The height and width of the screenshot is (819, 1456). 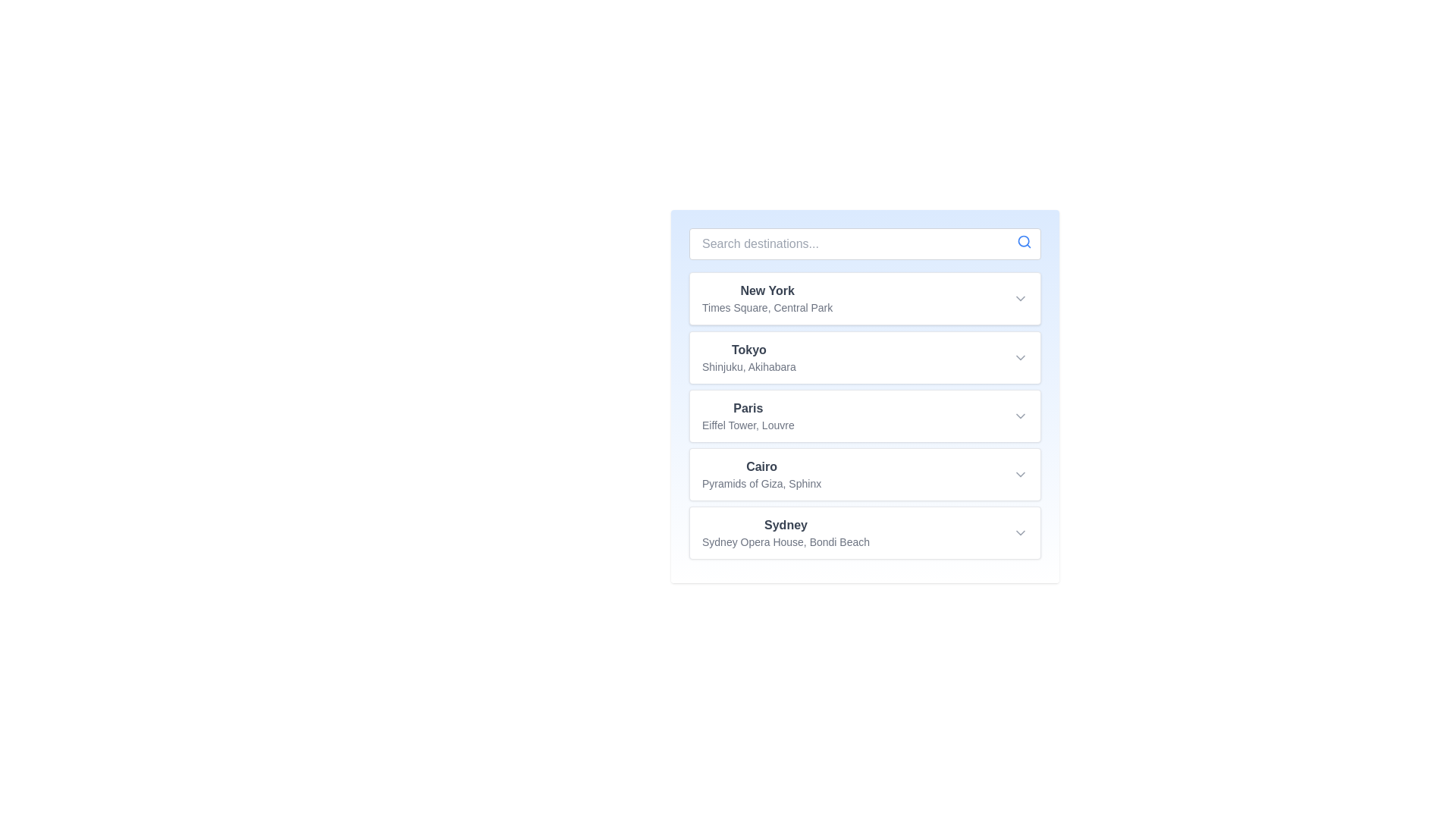 What do you see at coordinates (748, 425) in the screenshot?
I see `the text label displaying 'Eiffel Tower, Louvre' located directly below the bold 'Paris' text` at bounding box center [748, 425].